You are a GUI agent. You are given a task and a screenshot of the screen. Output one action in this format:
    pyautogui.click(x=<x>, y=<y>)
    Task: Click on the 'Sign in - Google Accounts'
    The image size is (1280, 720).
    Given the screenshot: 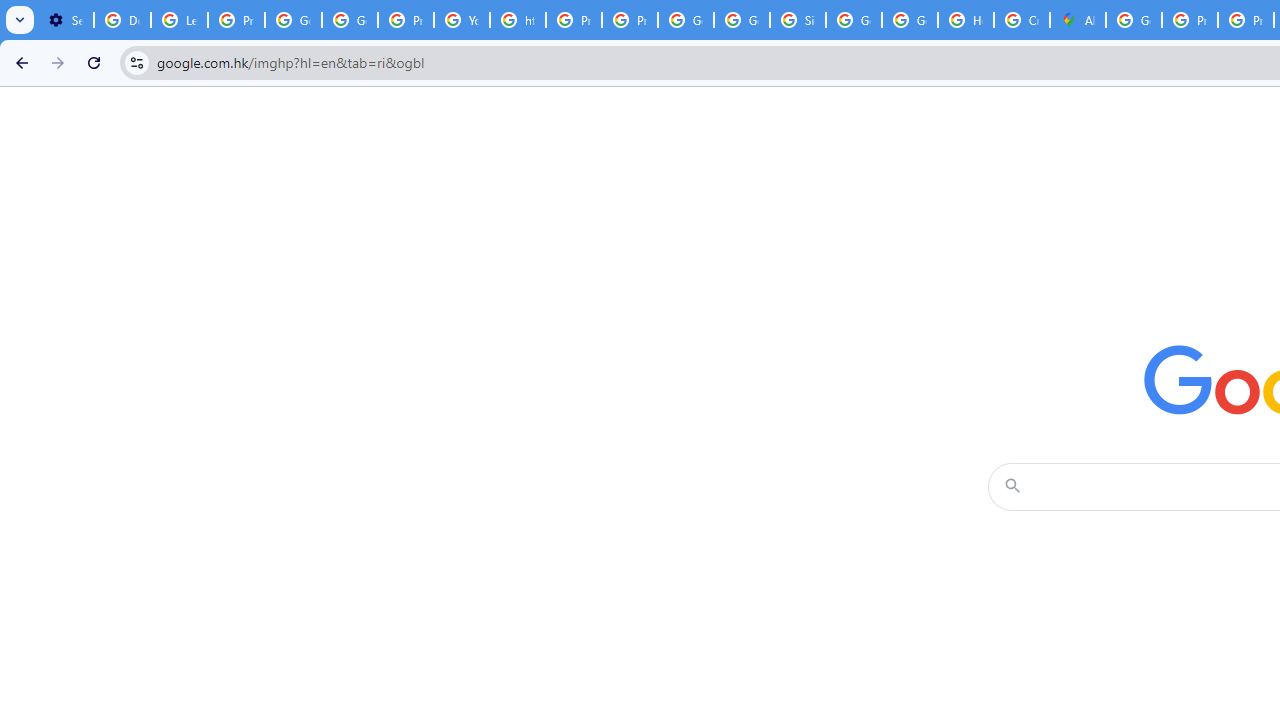 What is the action you would take?
    pyautogui.click(x=797, y=20)
    